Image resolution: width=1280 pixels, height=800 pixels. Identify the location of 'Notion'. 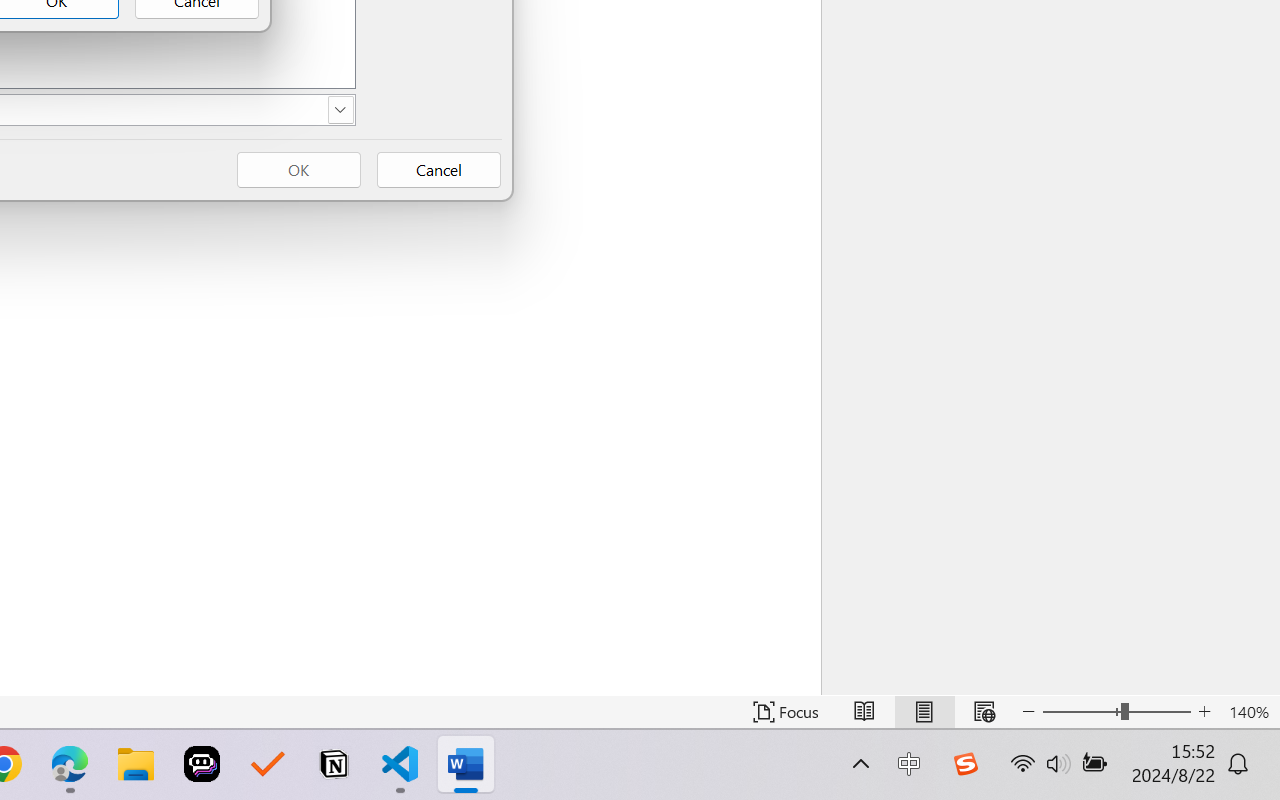
(334, 764).